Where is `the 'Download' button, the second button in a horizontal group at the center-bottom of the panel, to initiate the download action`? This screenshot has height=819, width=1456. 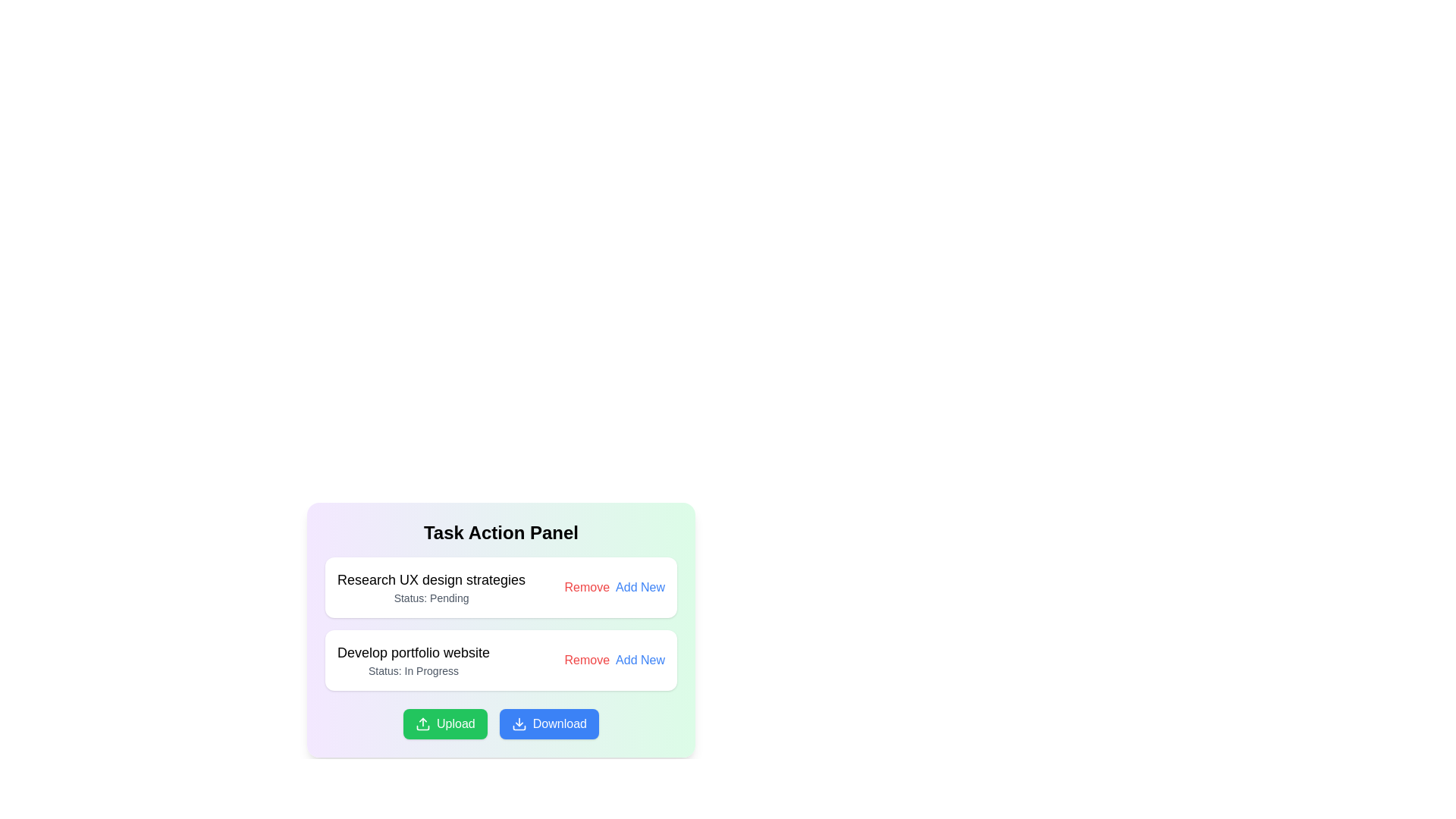
the 'Download' button, the second button in a horizontal group at the center-bottom of the panel, to initiate the download action is located at coordinates (548, 723).